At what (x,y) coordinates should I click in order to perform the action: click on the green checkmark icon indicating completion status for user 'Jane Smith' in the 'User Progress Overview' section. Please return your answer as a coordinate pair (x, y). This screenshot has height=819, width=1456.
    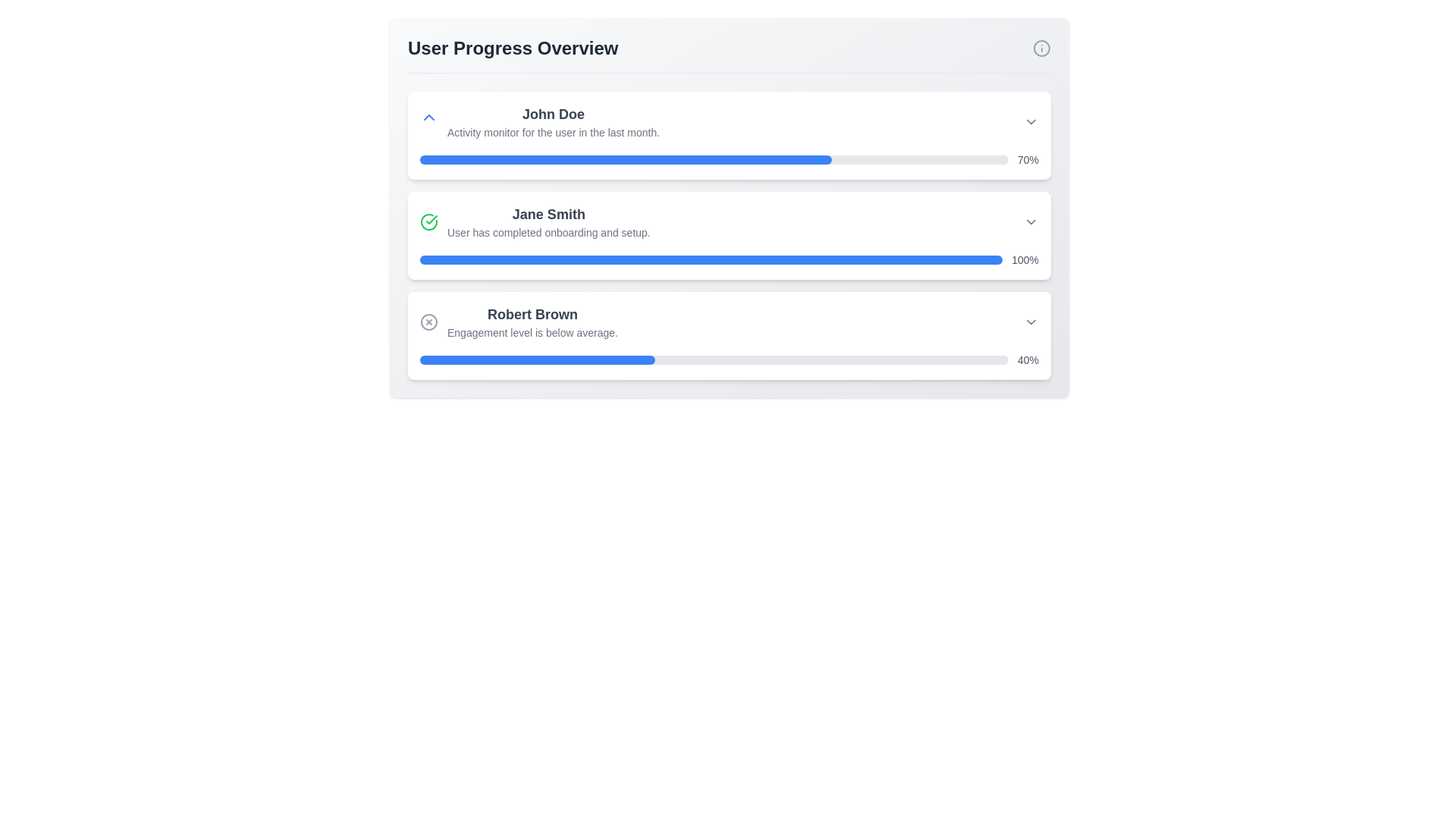
    Looking at the image, I should click on (428, 222).